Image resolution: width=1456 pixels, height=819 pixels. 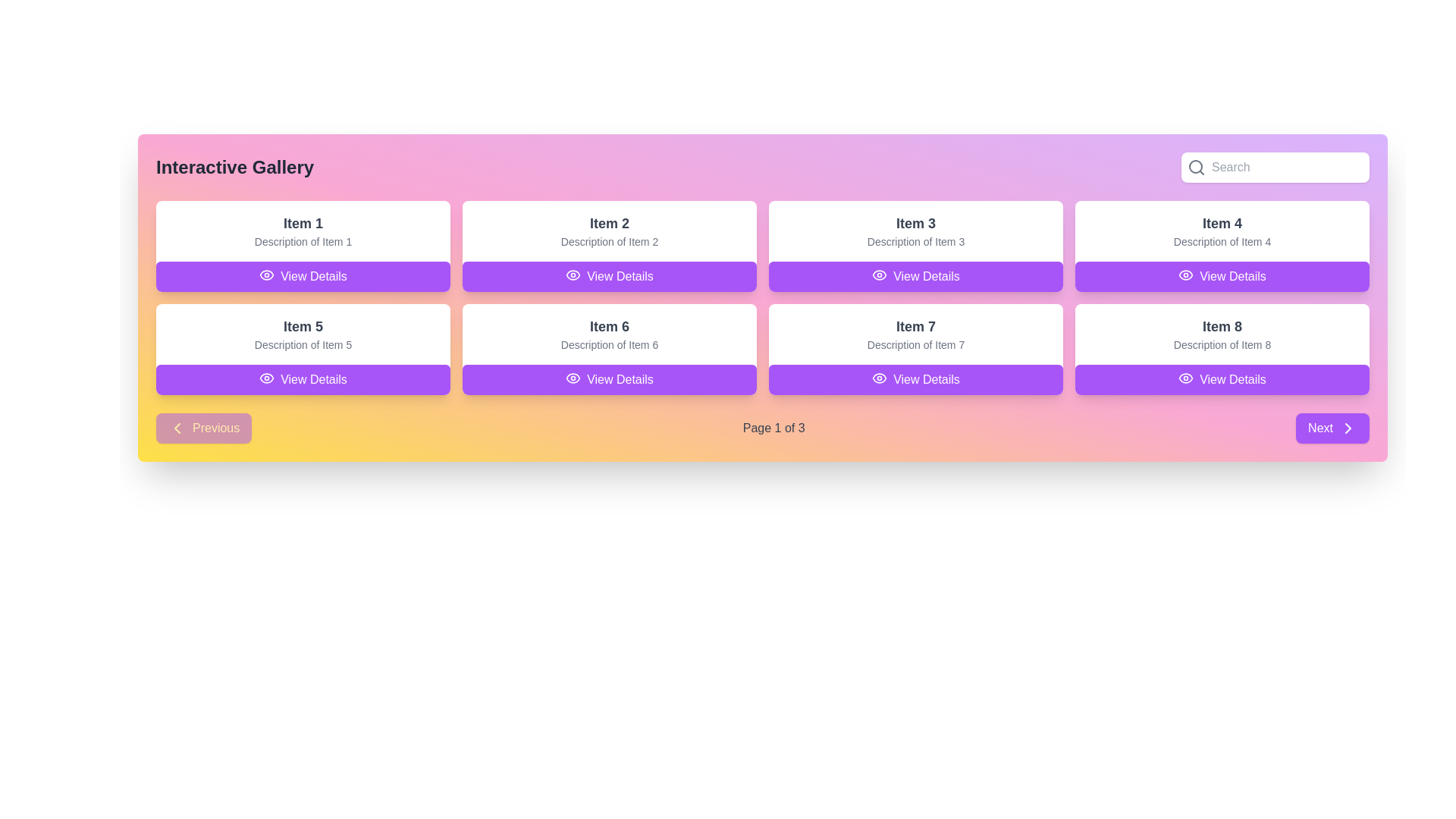 I want to click on the search icon styled with a magnifying glass located at the upper right corner of the interface in the search bar component to potentially display a tooltip, so click(x=1196, y=167).